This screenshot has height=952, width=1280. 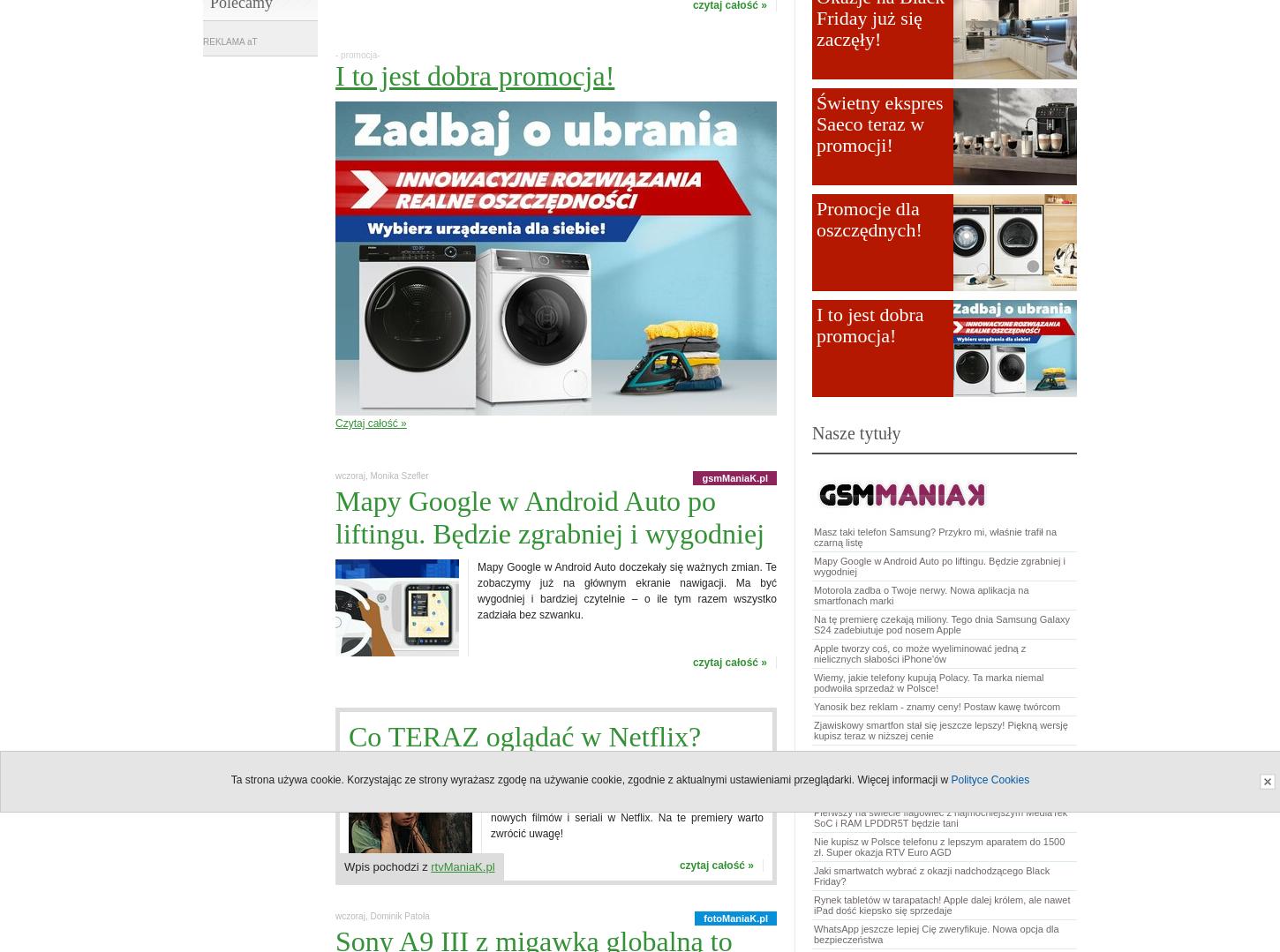 What do you see at coordinates (856, 432) in the screenshot?
I see `'Nasze tytuły'` at bounding box center [856, 432].